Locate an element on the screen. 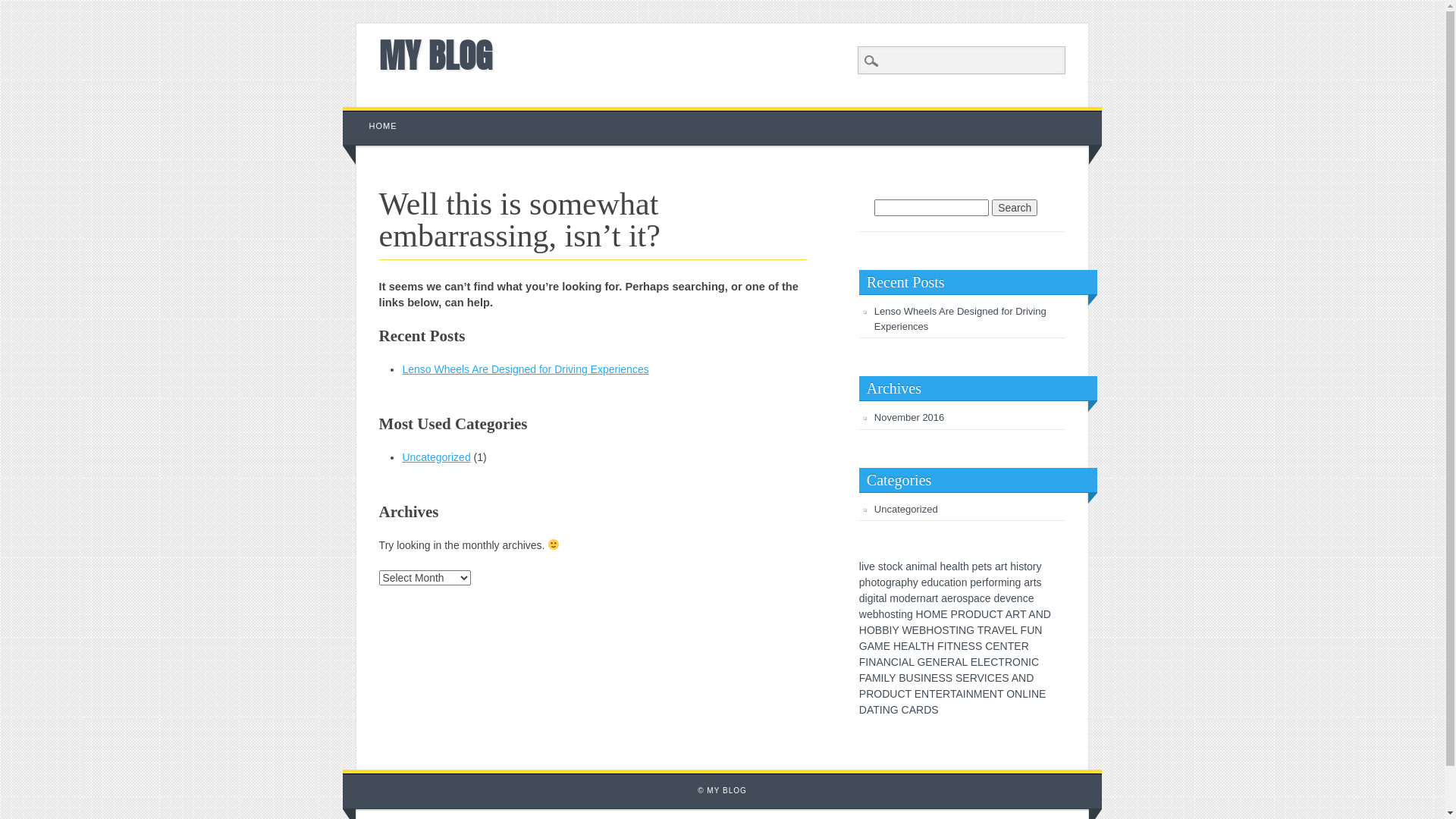  'v' is located at coordinates (866, 566).